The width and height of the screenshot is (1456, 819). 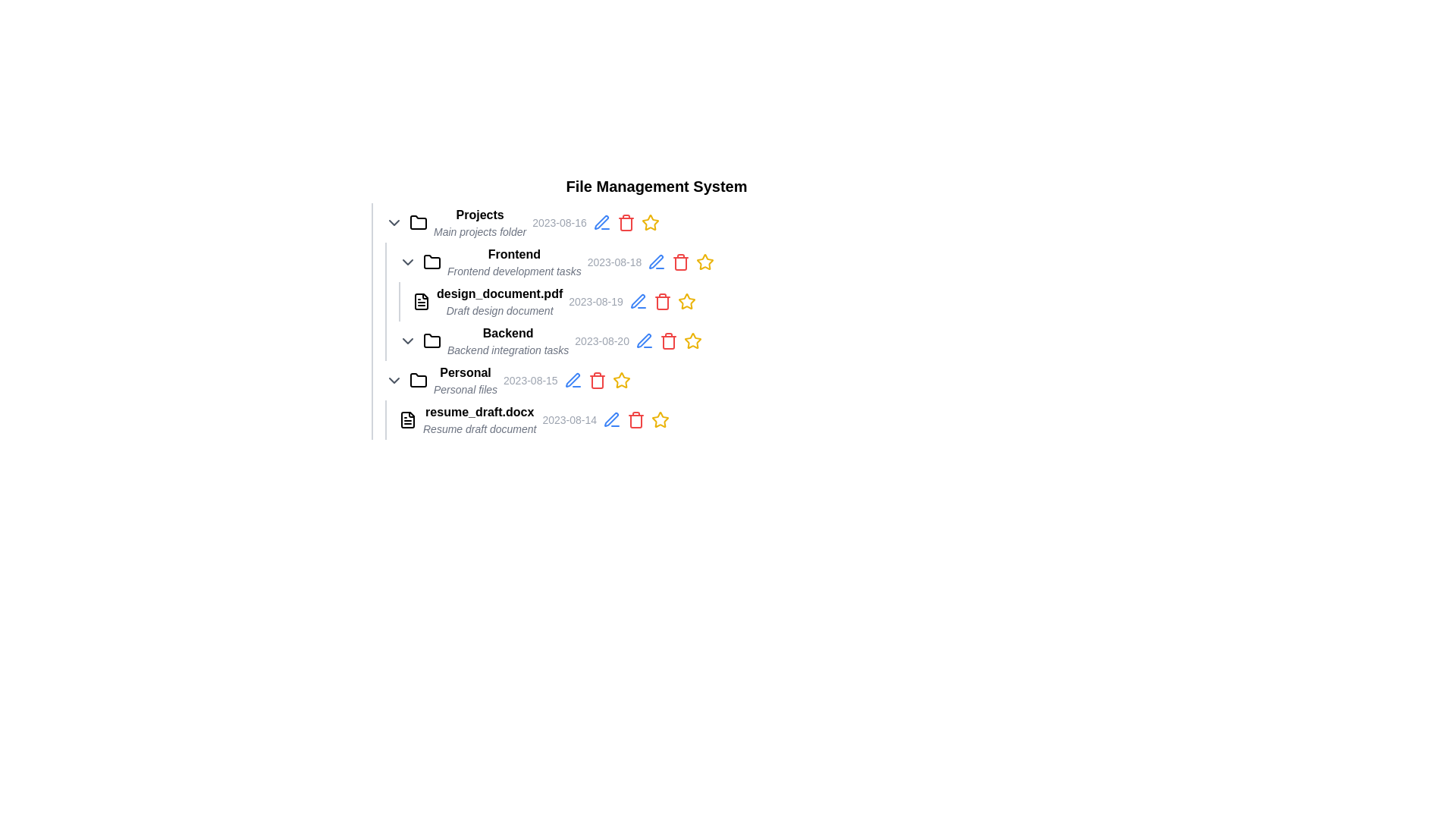 I want to click on the 'Backend' folder icon in the file management system interface, which visually indicates its position in the 'Projects' section, so click(x=431, y=339).